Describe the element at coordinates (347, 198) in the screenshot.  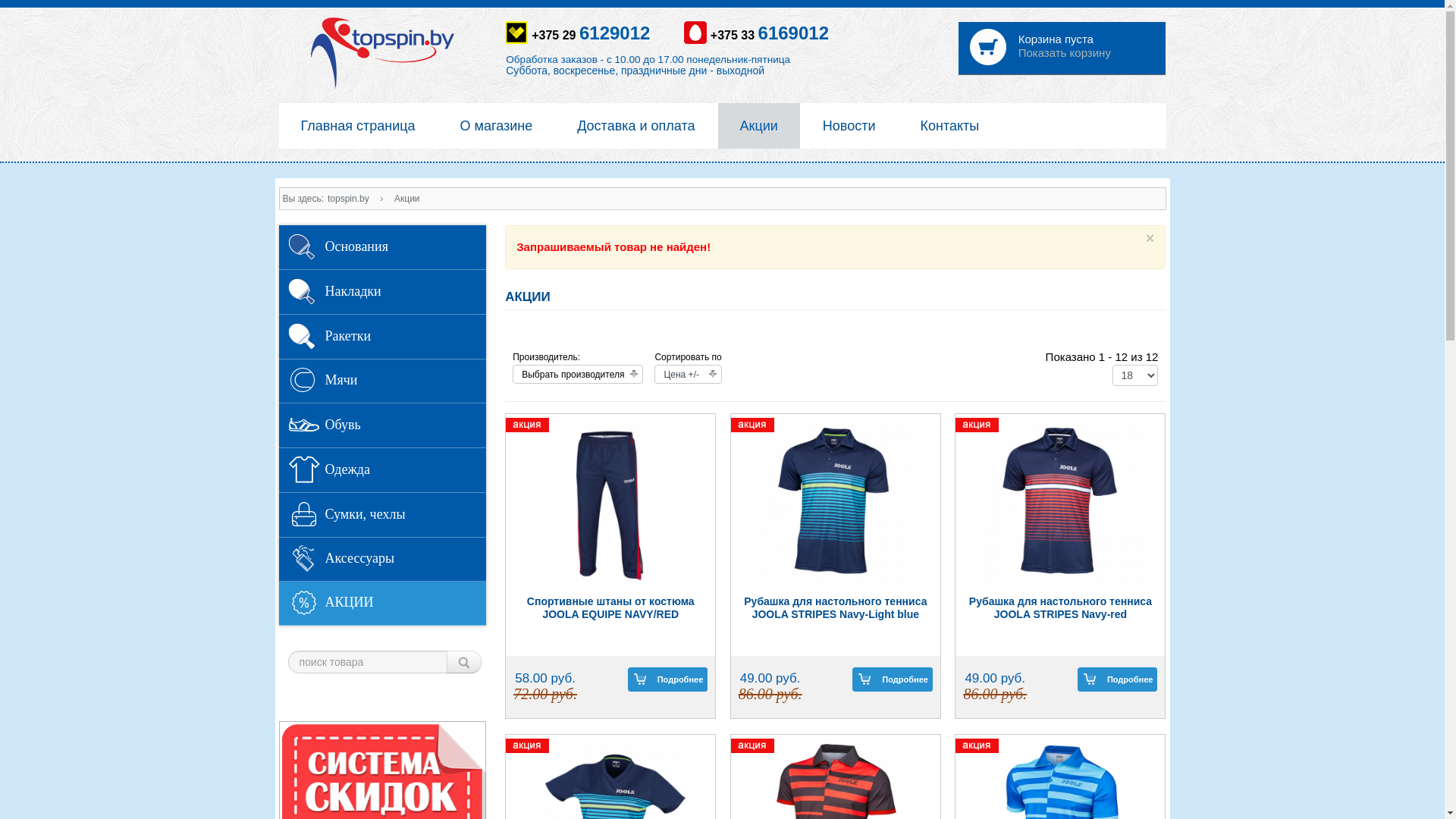
I see `'topspin.by'` at that location.